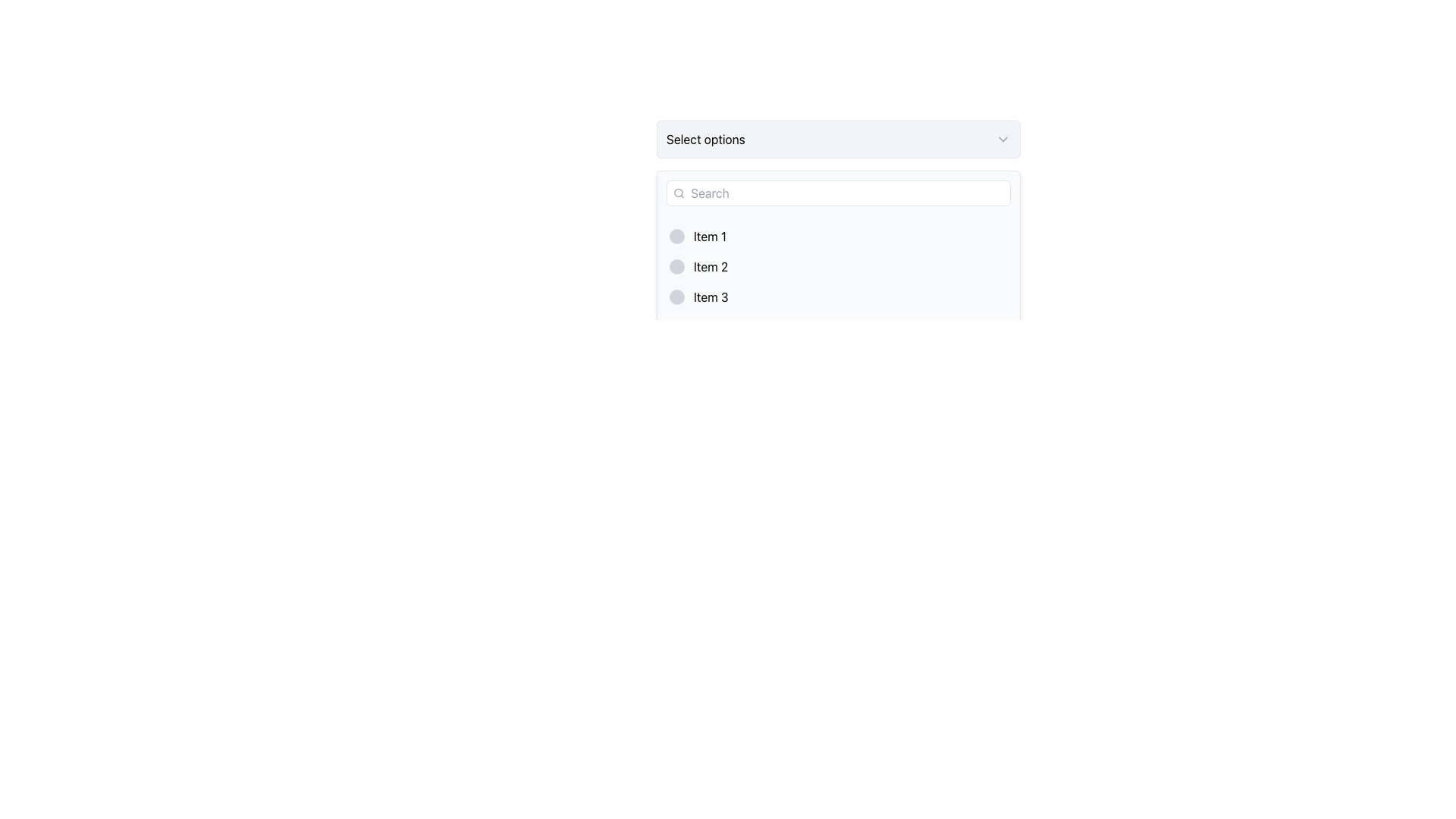  What do you see at coordinates (837, 265) in the screenshot?
I see `the List Item labeled 'Item 2'` at bounding box center [837, 265].